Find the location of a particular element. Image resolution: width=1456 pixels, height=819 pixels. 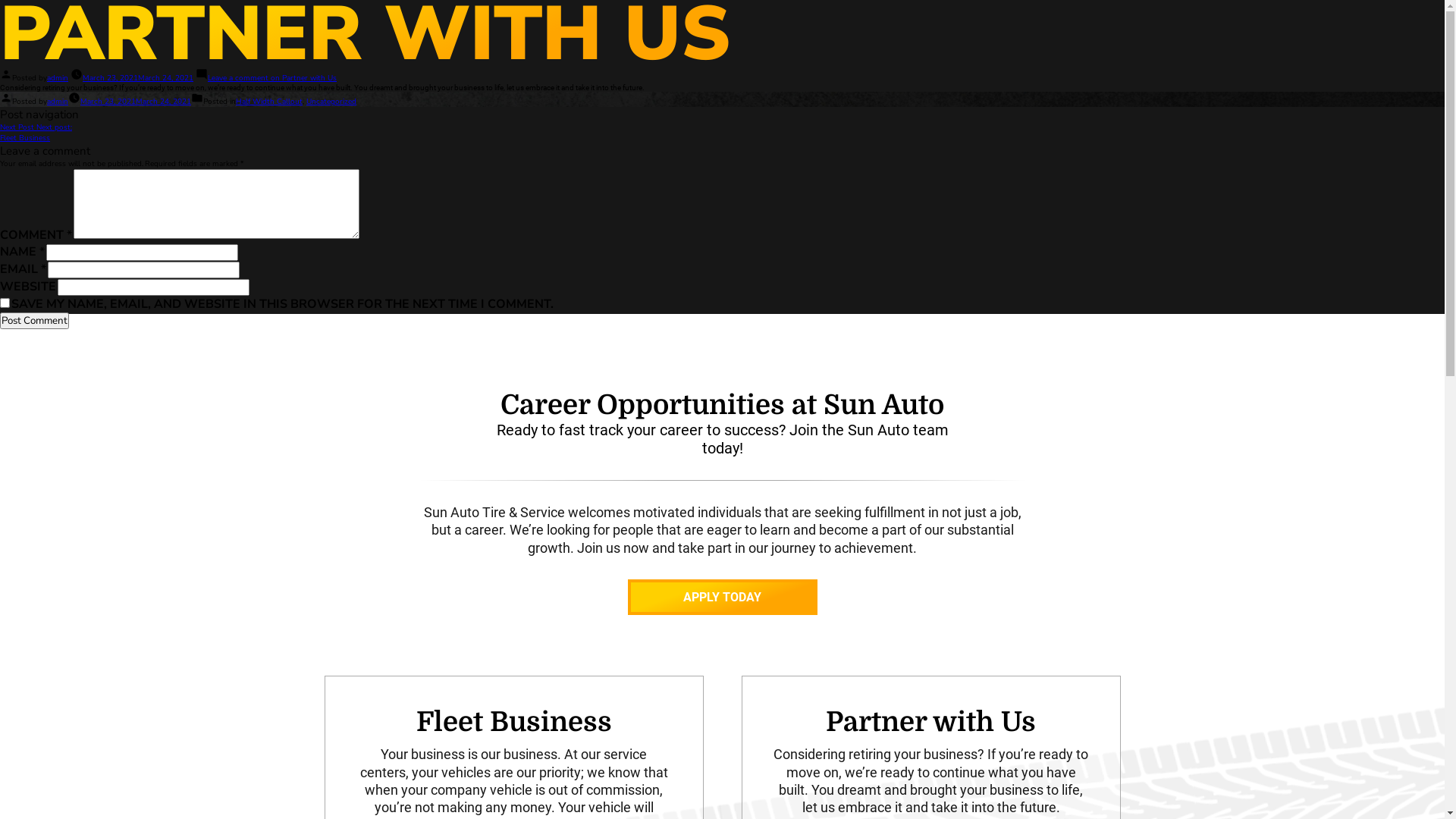

'Next Post Next post: is located at coordinates (36, 131).